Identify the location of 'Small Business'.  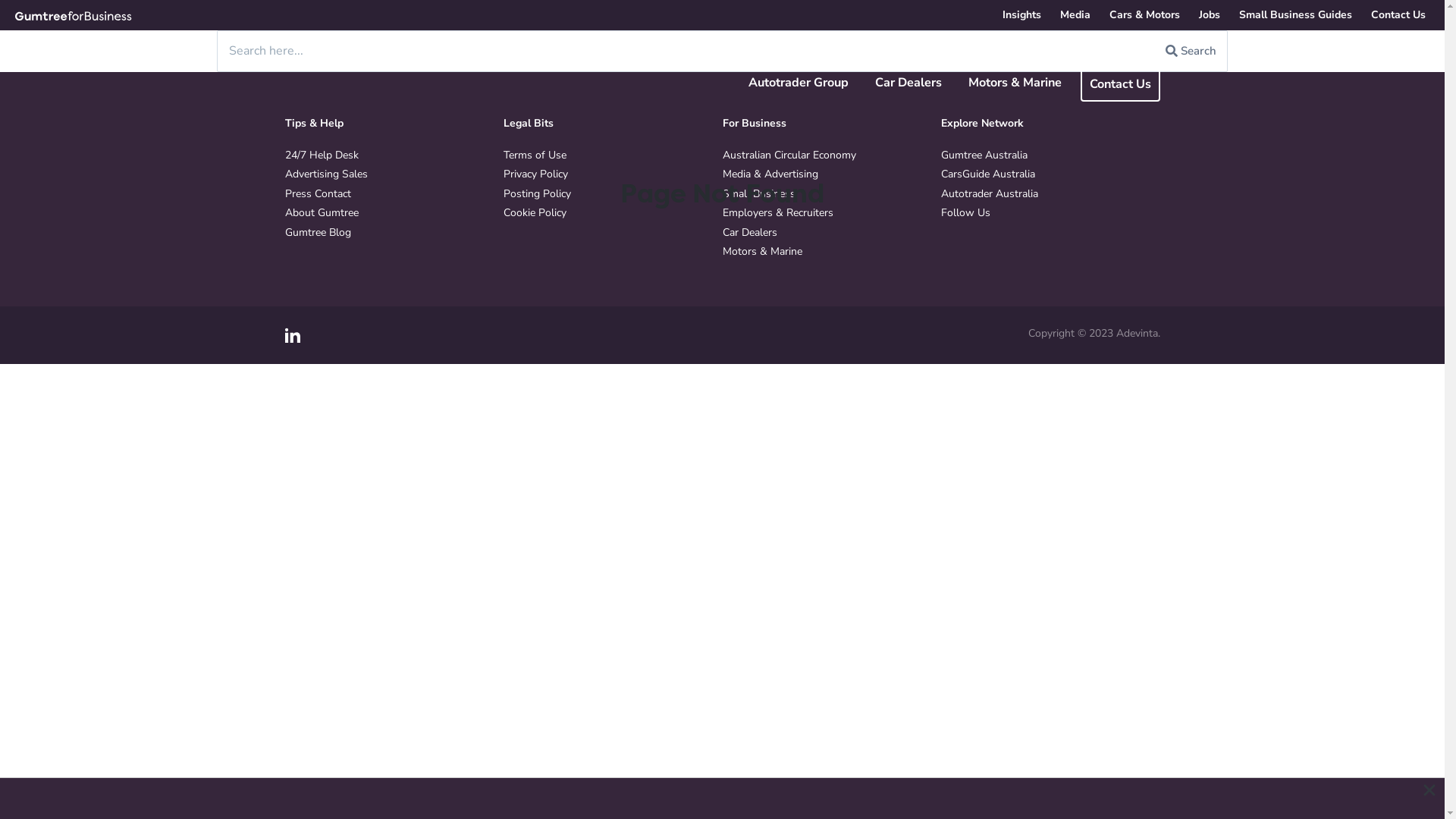
(720, 193).